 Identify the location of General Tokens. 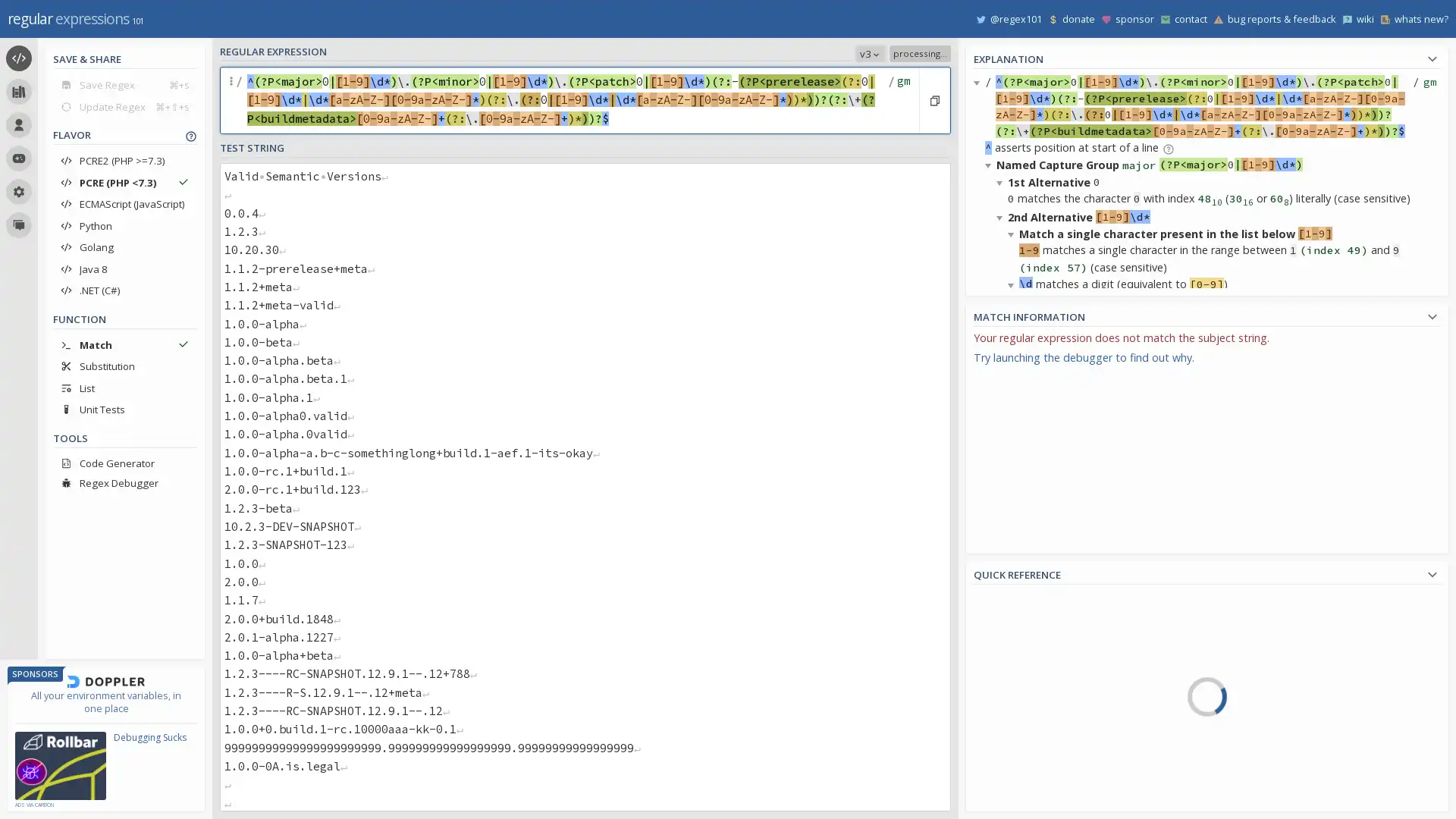
(1044, 672).